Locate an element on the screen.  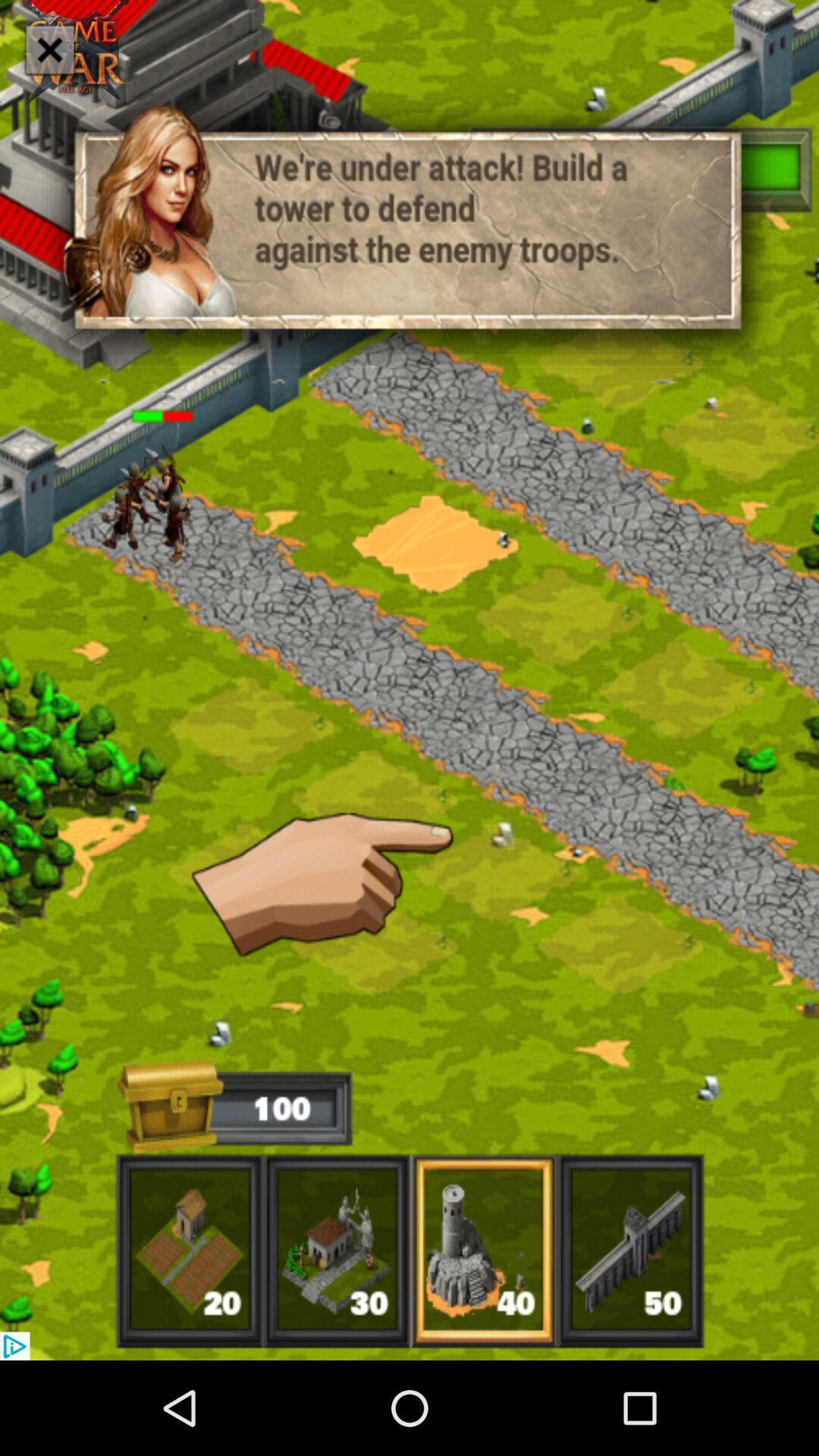
the close icon is located at coordinates (49, 53).